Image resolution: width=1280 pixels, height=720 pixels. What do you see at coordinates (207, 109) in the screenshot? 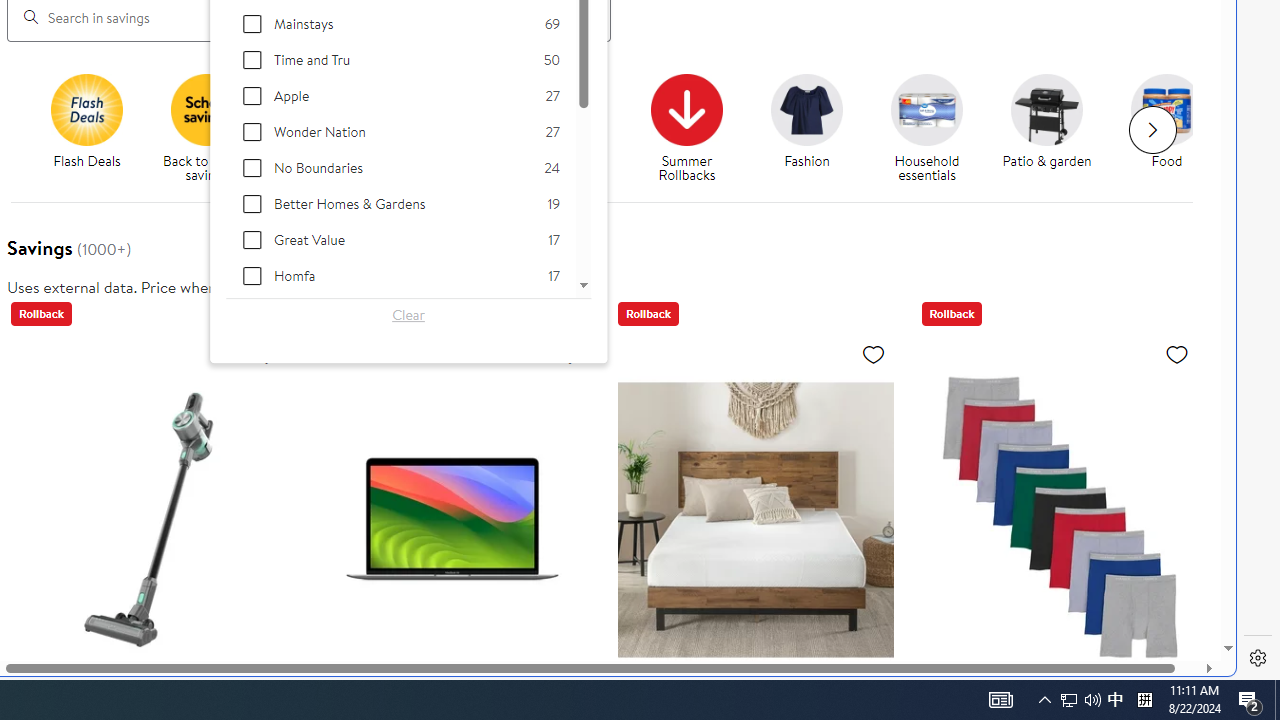
I see `'Back to School savings'` at bounding box center [207, 109].